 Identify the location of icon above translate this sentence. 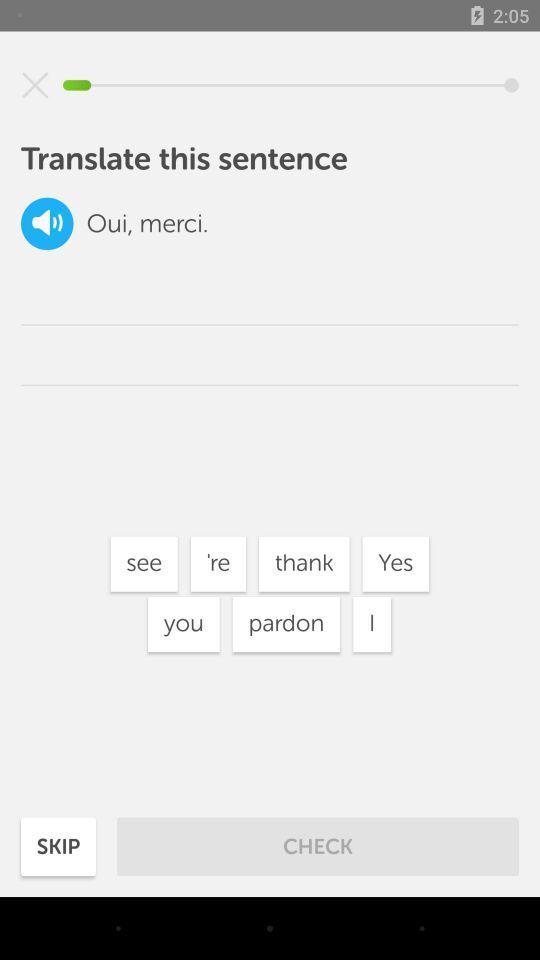
(35, 85).